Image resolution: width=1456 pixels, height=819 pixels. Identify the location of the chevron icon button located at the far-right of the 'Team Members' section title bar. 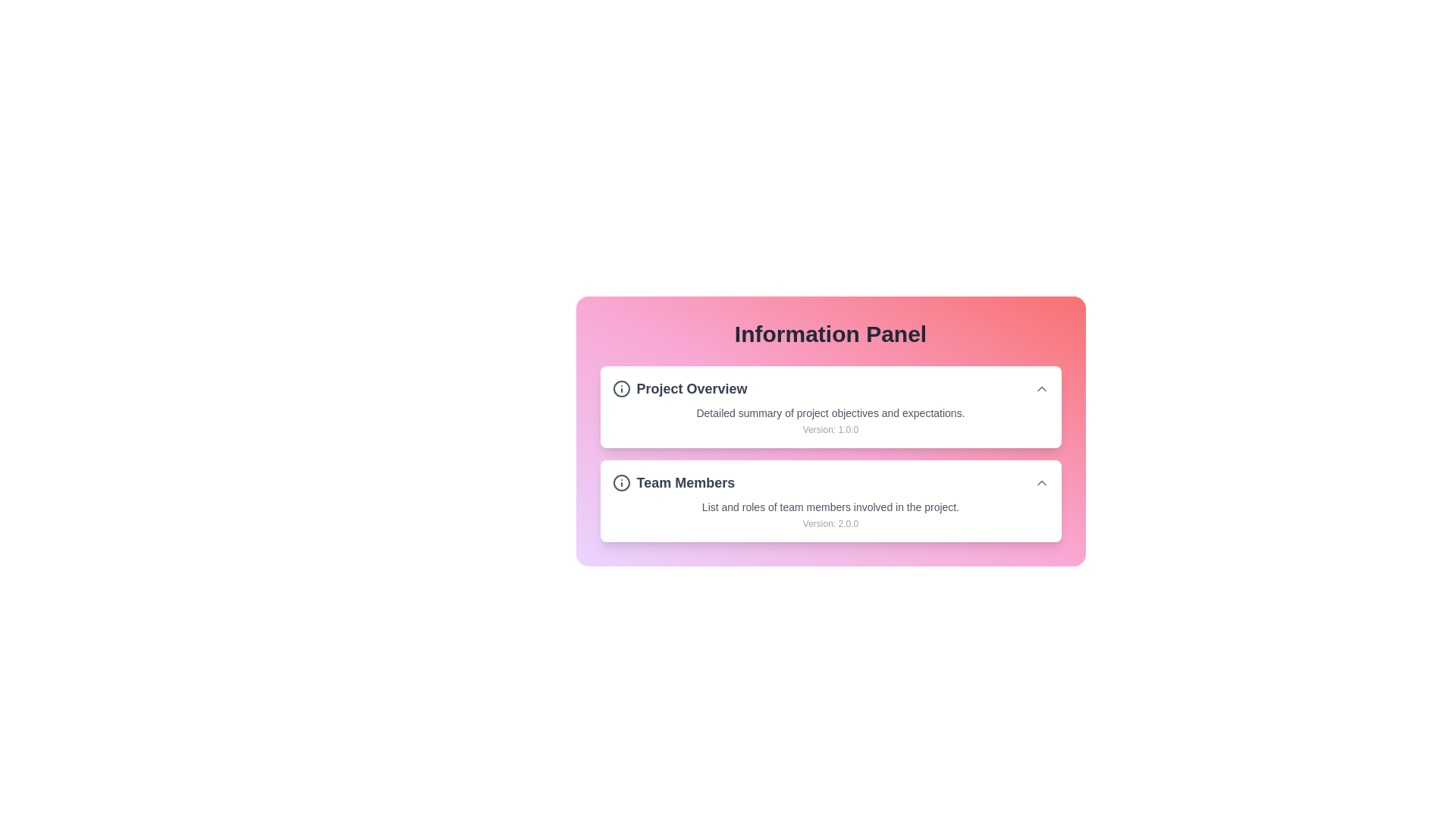
(1040, 482).